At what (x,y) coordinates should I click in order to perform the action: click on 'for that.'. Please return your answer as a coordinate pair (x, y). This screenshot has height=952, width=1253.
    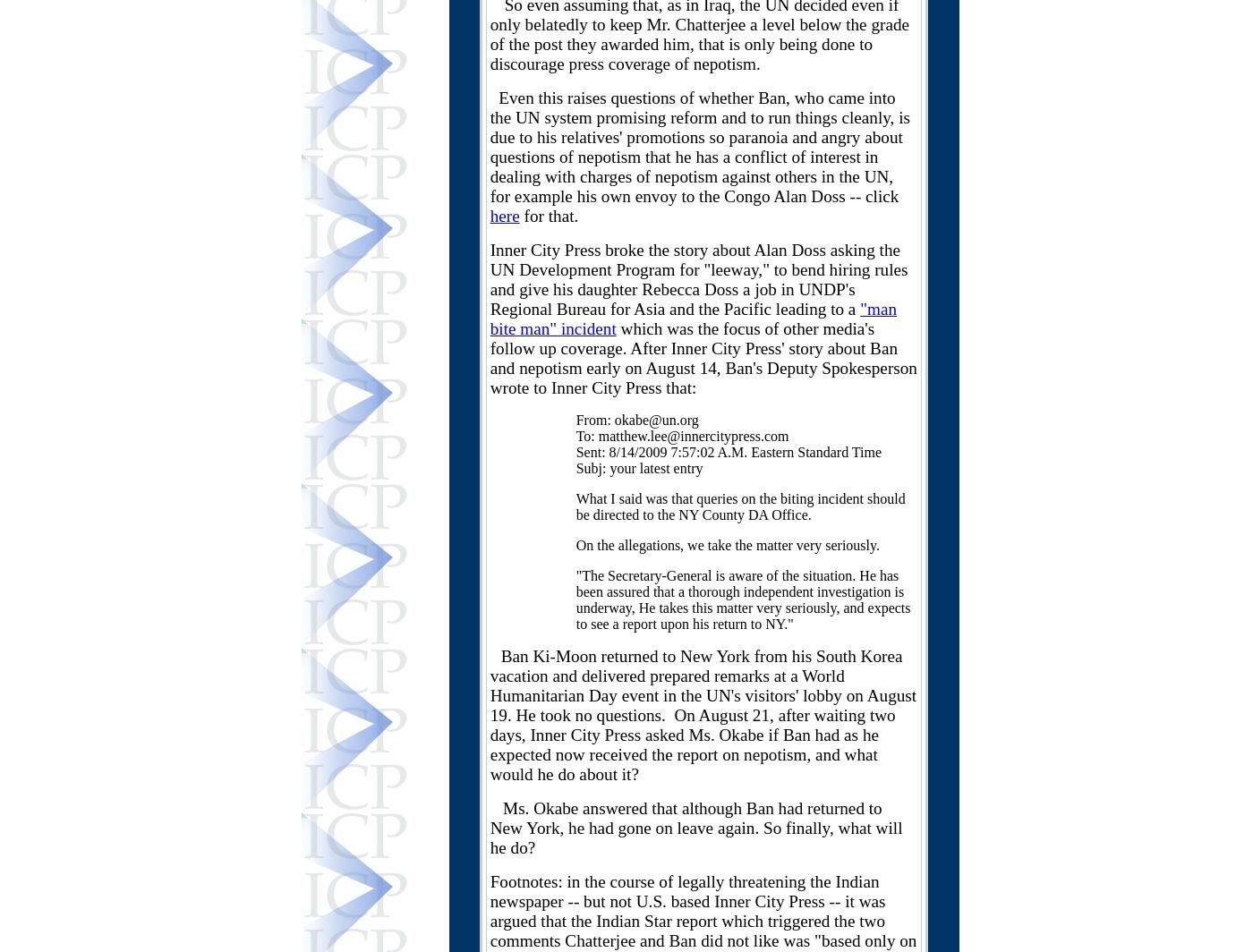
    Looking at the image, I should click on (549, 216).